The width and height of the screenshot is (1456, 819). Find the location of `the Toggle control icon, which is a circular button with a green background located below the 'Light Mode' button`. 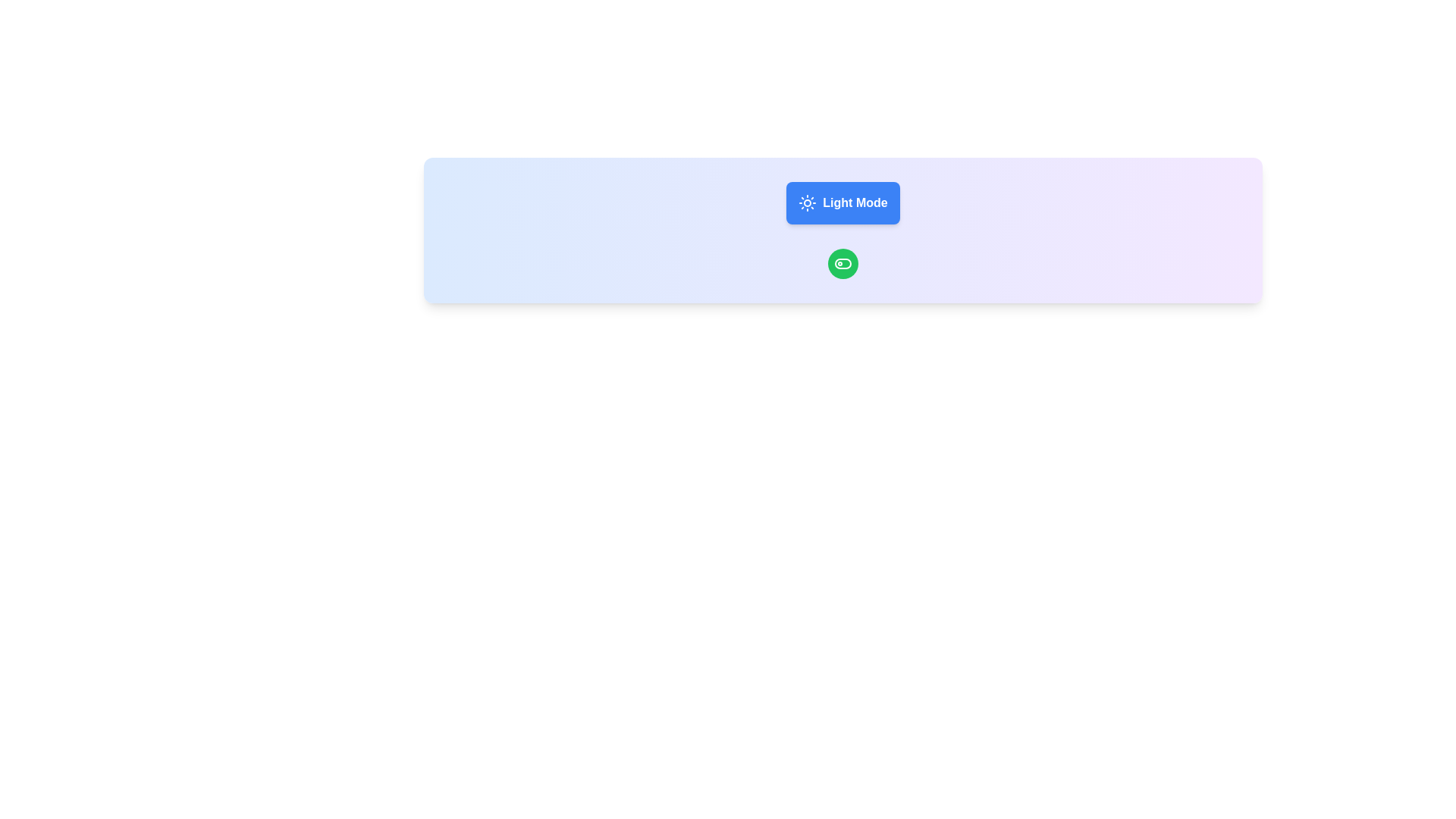

the Toggle control icon, which is a circular button with a green background located below the 'Light Mode' button is located at coordinates (843, 262).